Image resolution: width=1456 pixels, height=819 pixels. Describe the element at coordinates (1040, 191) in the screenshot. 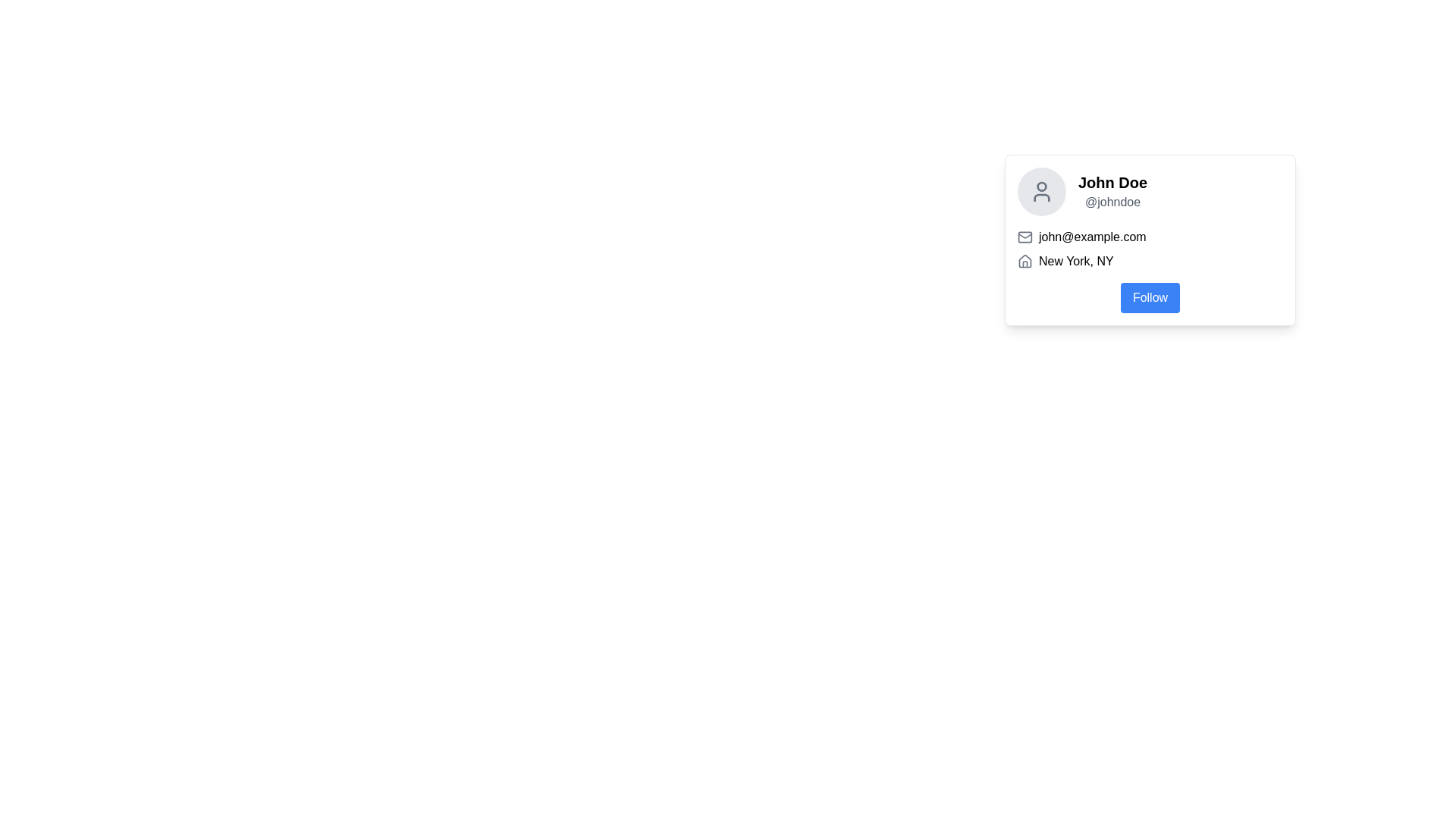

I see `the user profile icon located in the upper-left corner of the user details card` at that location.